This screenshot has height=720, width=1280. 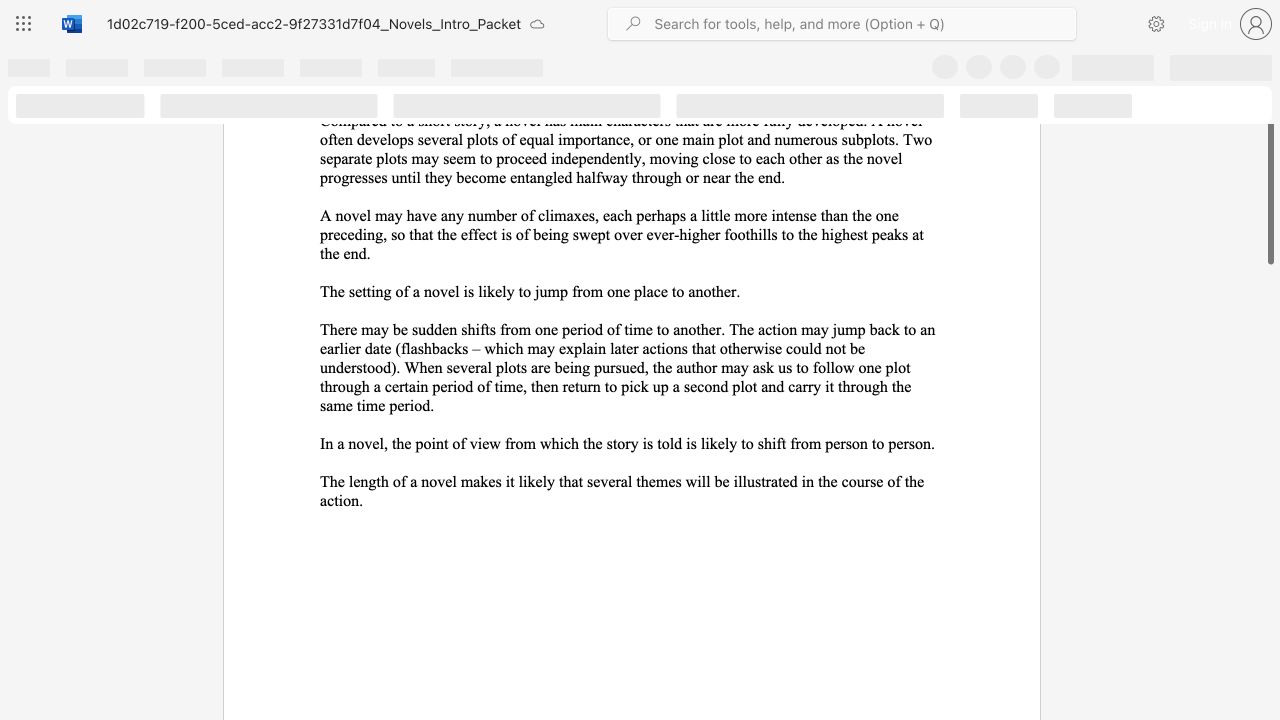 I want to click on the scrollbar and move down 580 pixels, so click(x=1269, y=166).